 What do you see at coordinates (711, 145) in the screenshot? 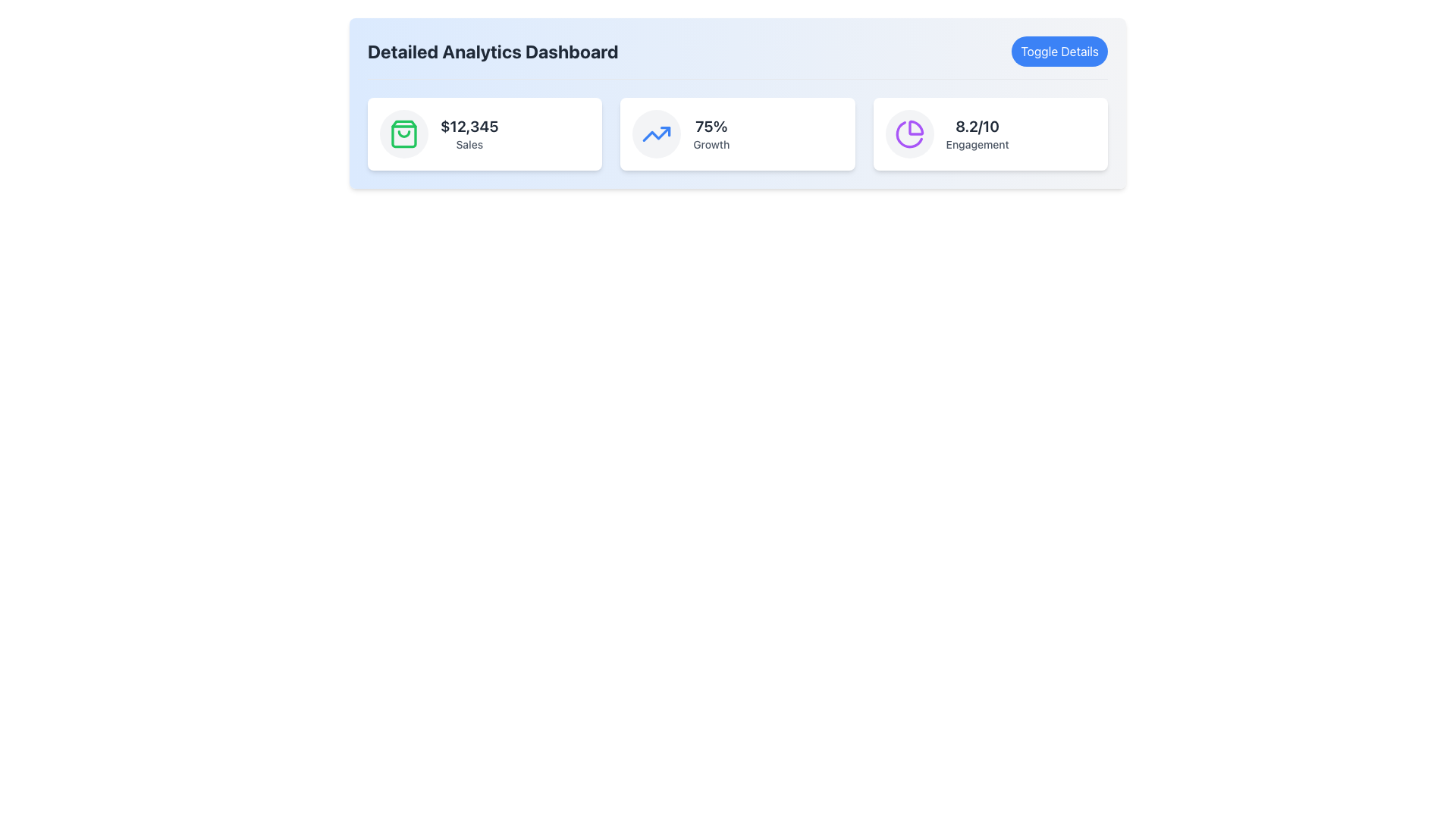
I see `the descriptive text label located below the '75%' percentage value in the second card of the dashboard interface` at bounding box center [711, 145].